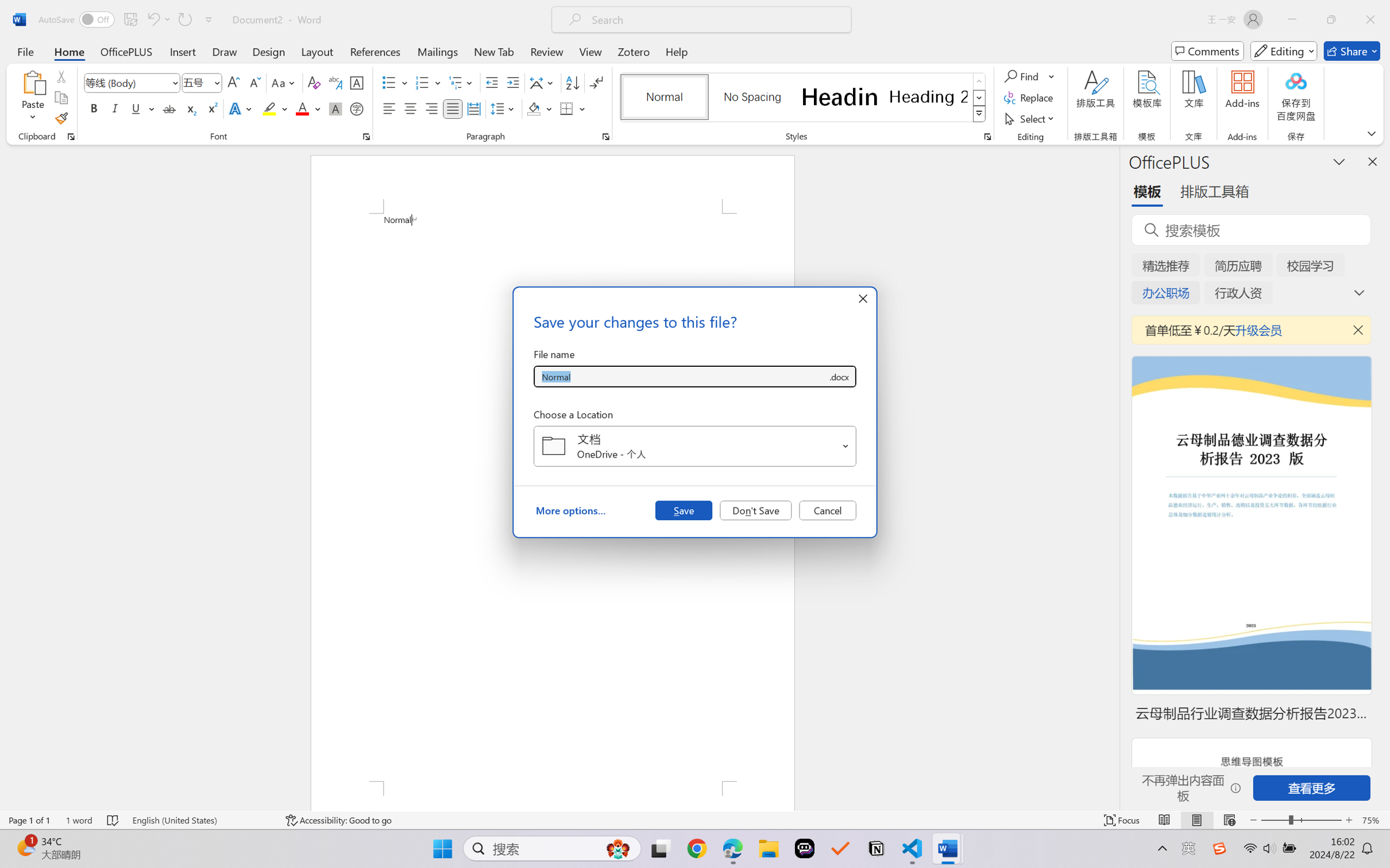  Describe the element at coordinates (804, 848) in the screenshot. I see `'Poe'` at that location.